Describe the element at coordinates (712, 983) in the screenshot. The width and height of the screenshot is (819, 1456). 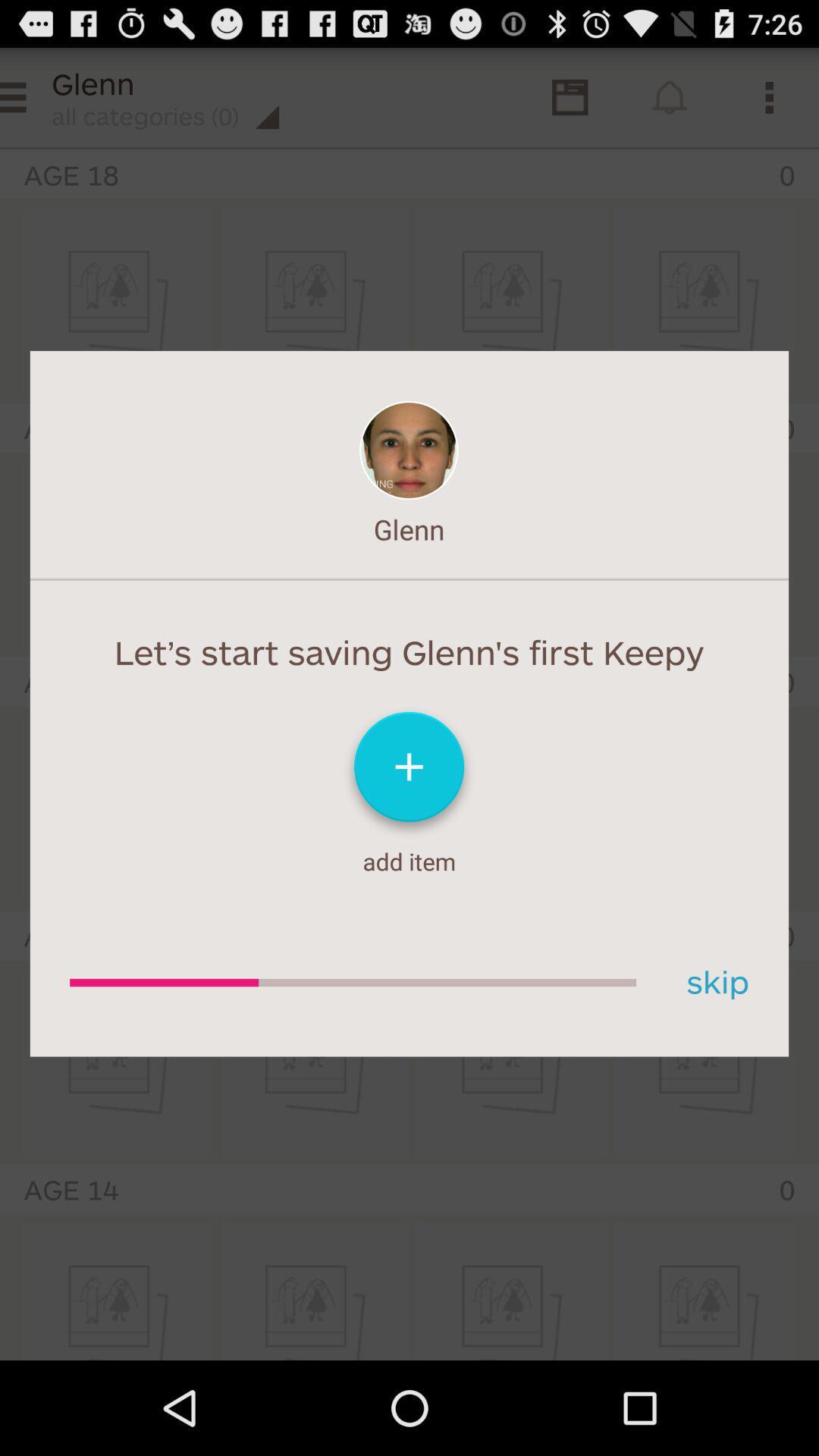
I see `item below let s start app` at that location.